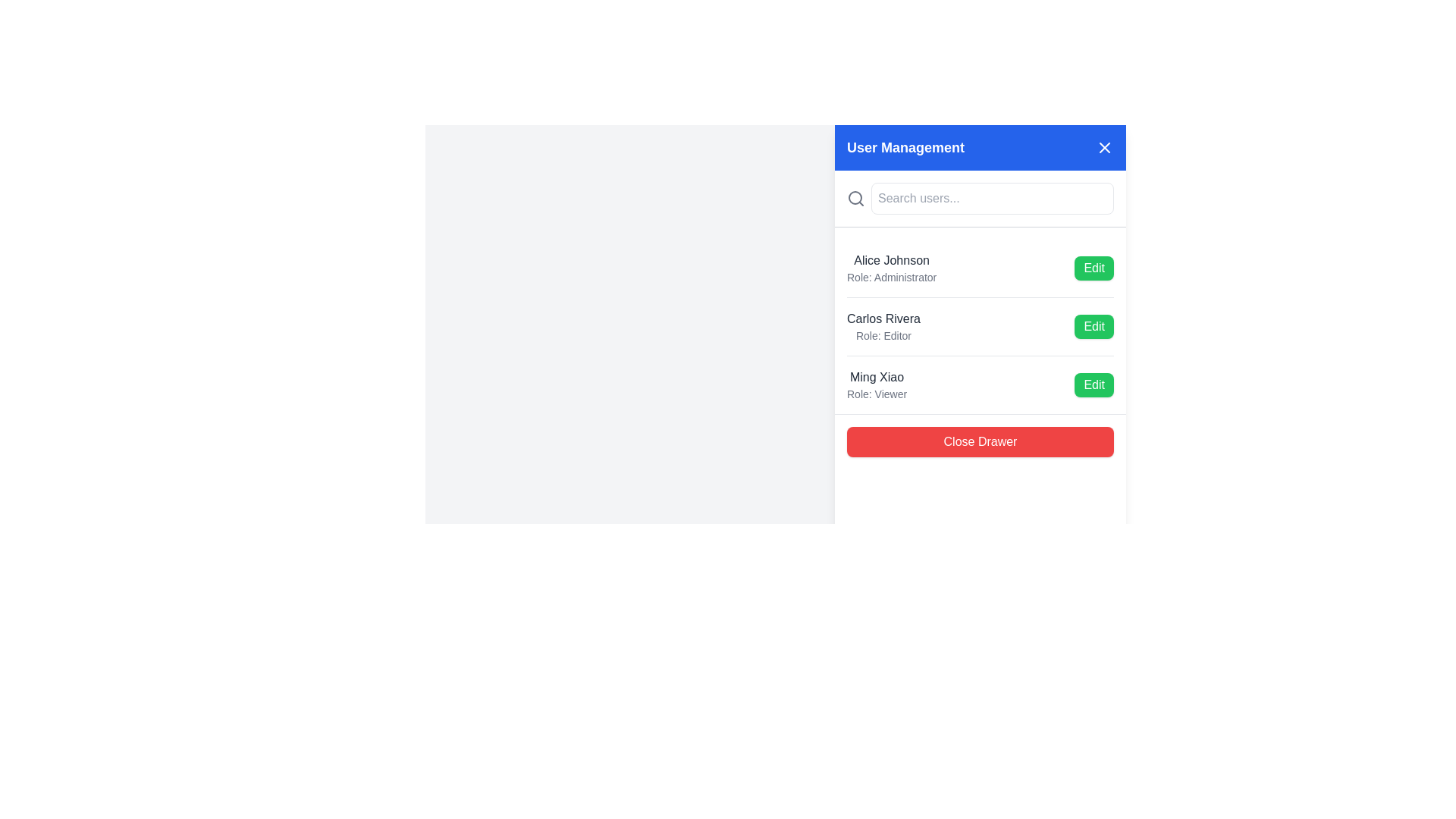  What do you see at coordinates (1105, 148) in the screenshot?
I see `the close button located in the top-right corner of the header section with a blue background` at bounding box center [1105, 148].